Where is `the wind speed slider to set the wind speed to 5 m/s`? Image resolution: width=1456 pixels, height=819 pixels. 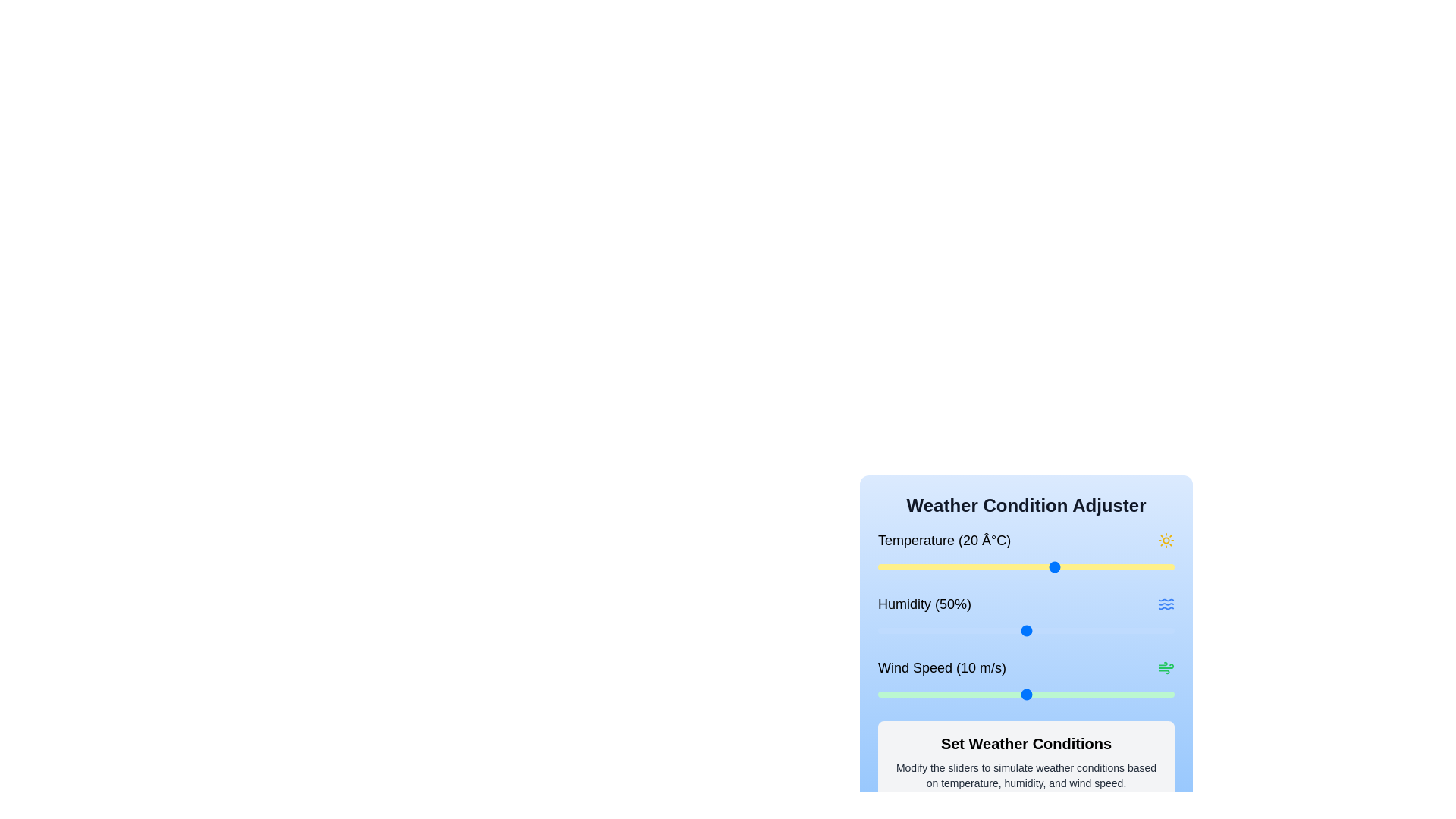 the wind speed slider to set the wind speed to 5 m/s is located at coordinates (951, 694).